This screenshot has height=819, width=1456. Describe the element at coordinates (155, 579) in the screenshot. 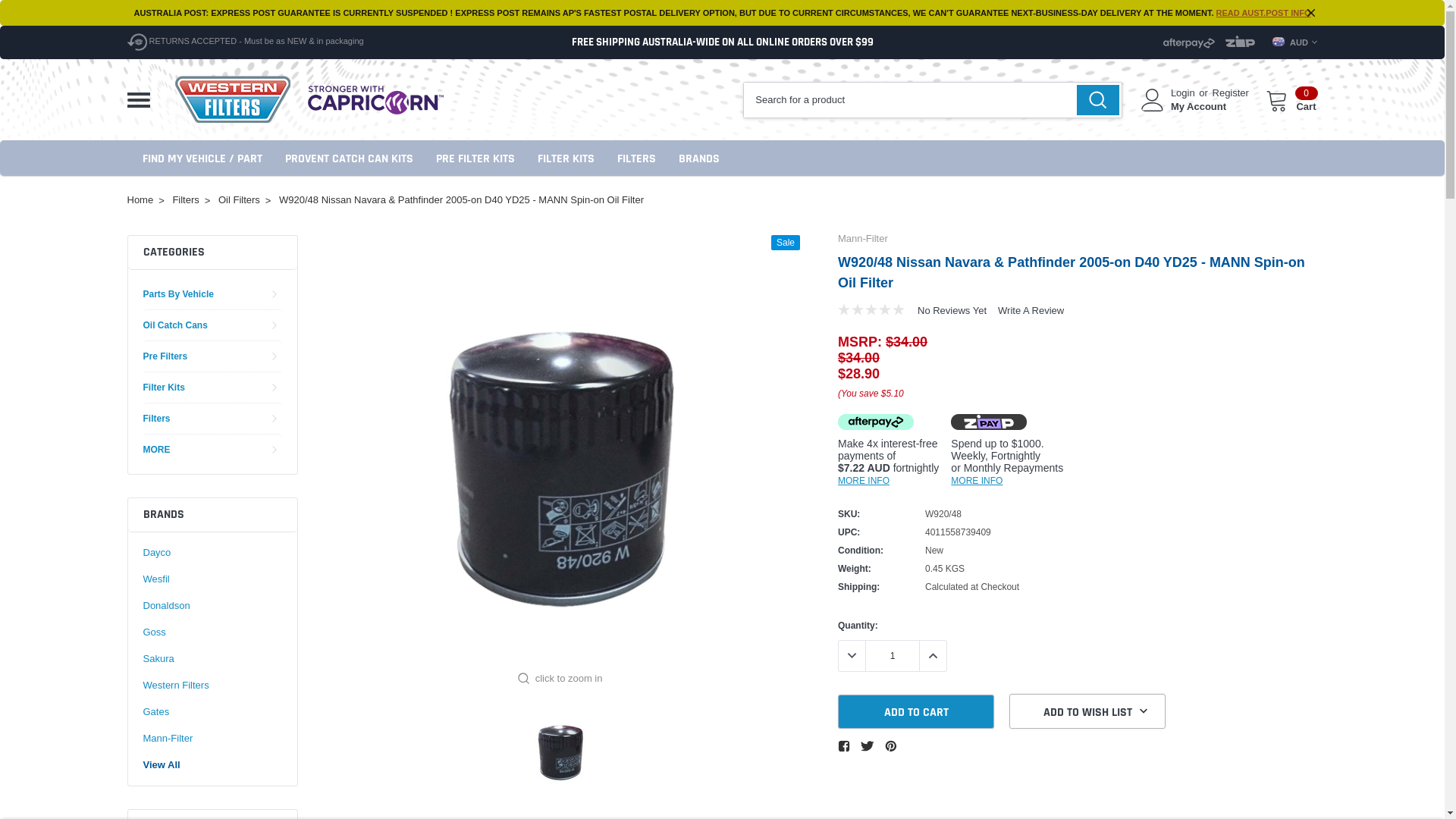

I see `'Wesfil'` at that location.